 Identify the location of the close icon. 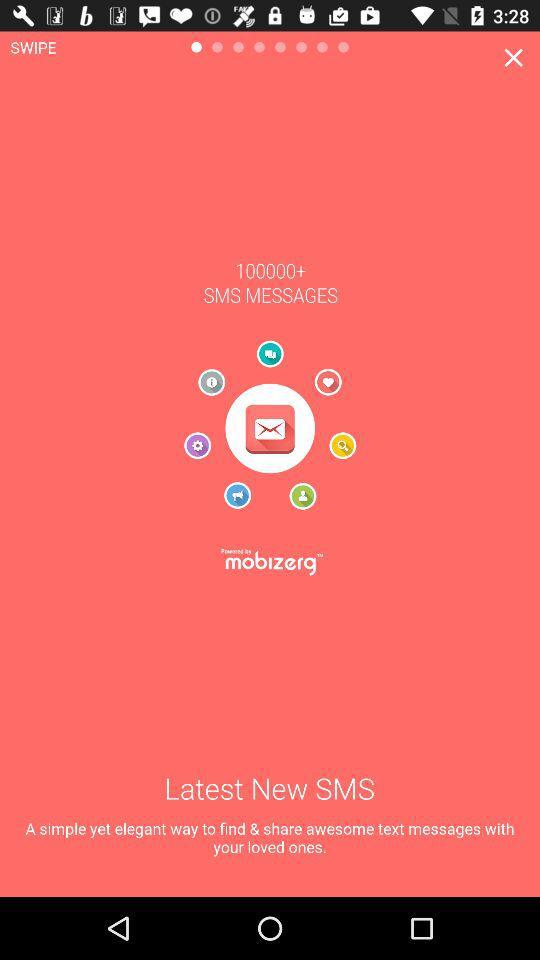
(513, 56).